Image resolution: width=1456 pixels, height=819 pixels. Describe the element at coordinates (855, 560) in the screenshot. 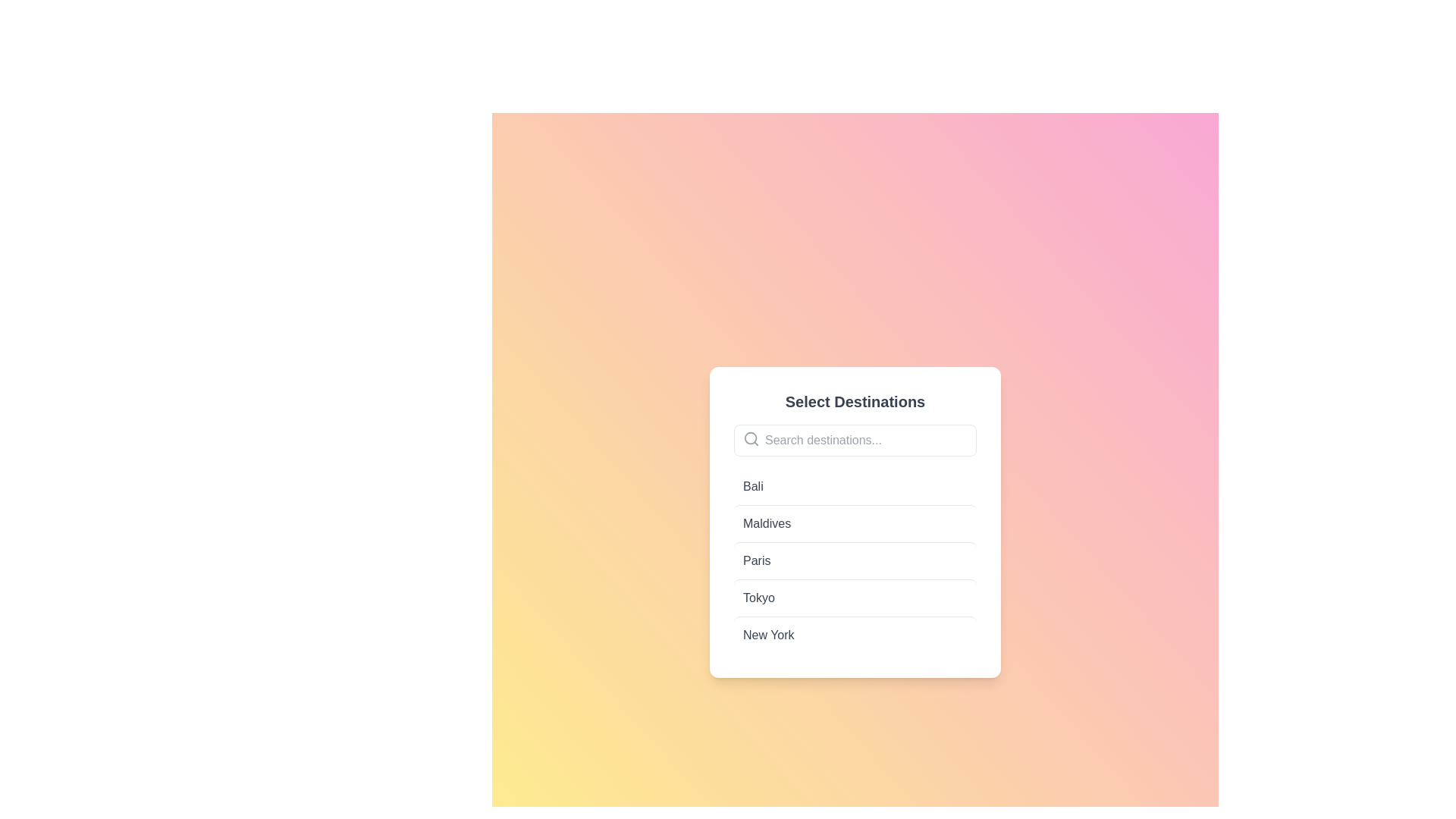

I see `the selectable option labeled 'Paris' in the list of destinations` at that location.